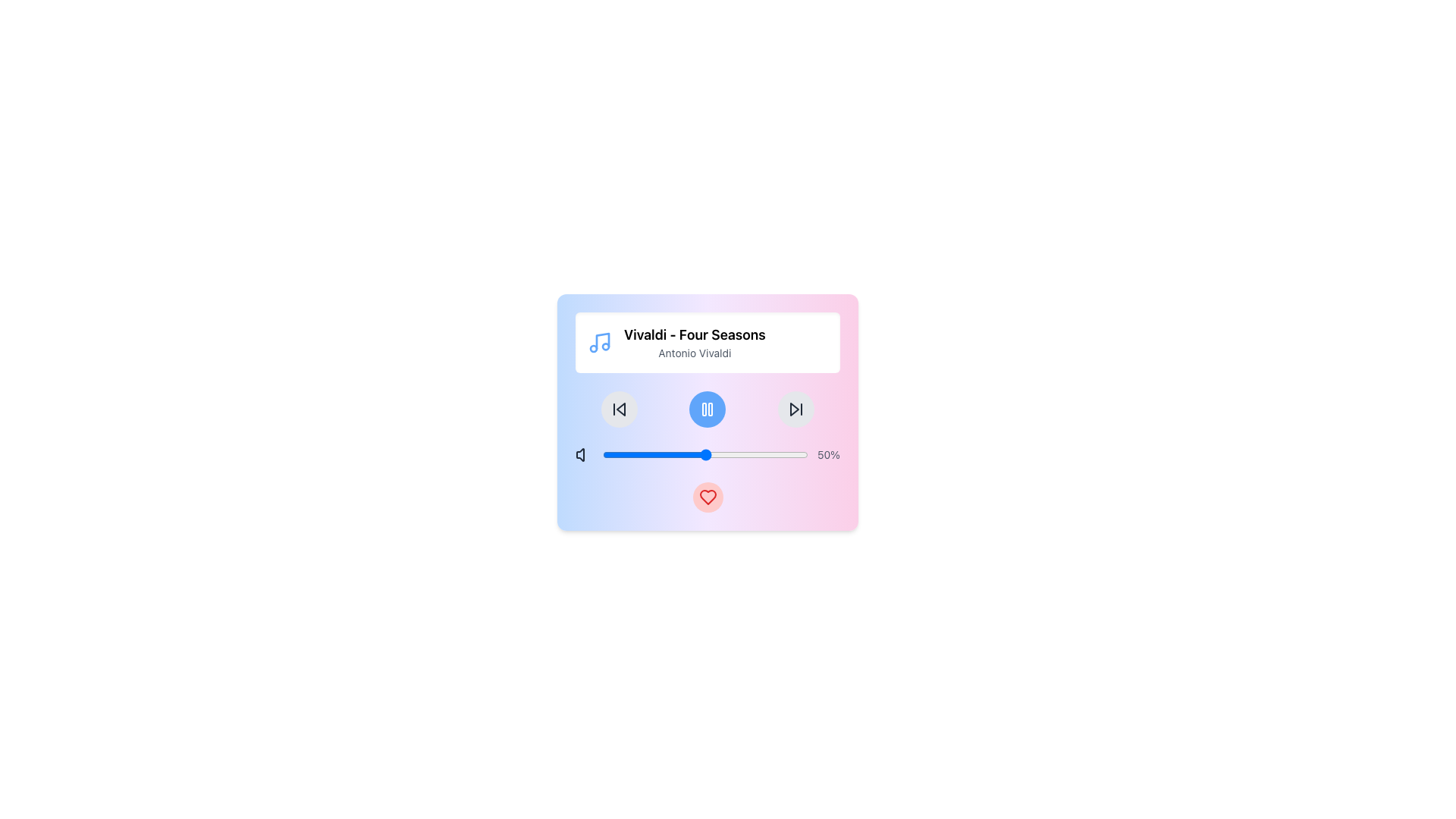 This screenshot has width=1456, height=819. Describe the element at coordinates (707, 497) in the screenshot. I see `the heart-shaped icon located at the bottom center of the widget to trigger animations or tooltips that indicate its functionality` at that location.